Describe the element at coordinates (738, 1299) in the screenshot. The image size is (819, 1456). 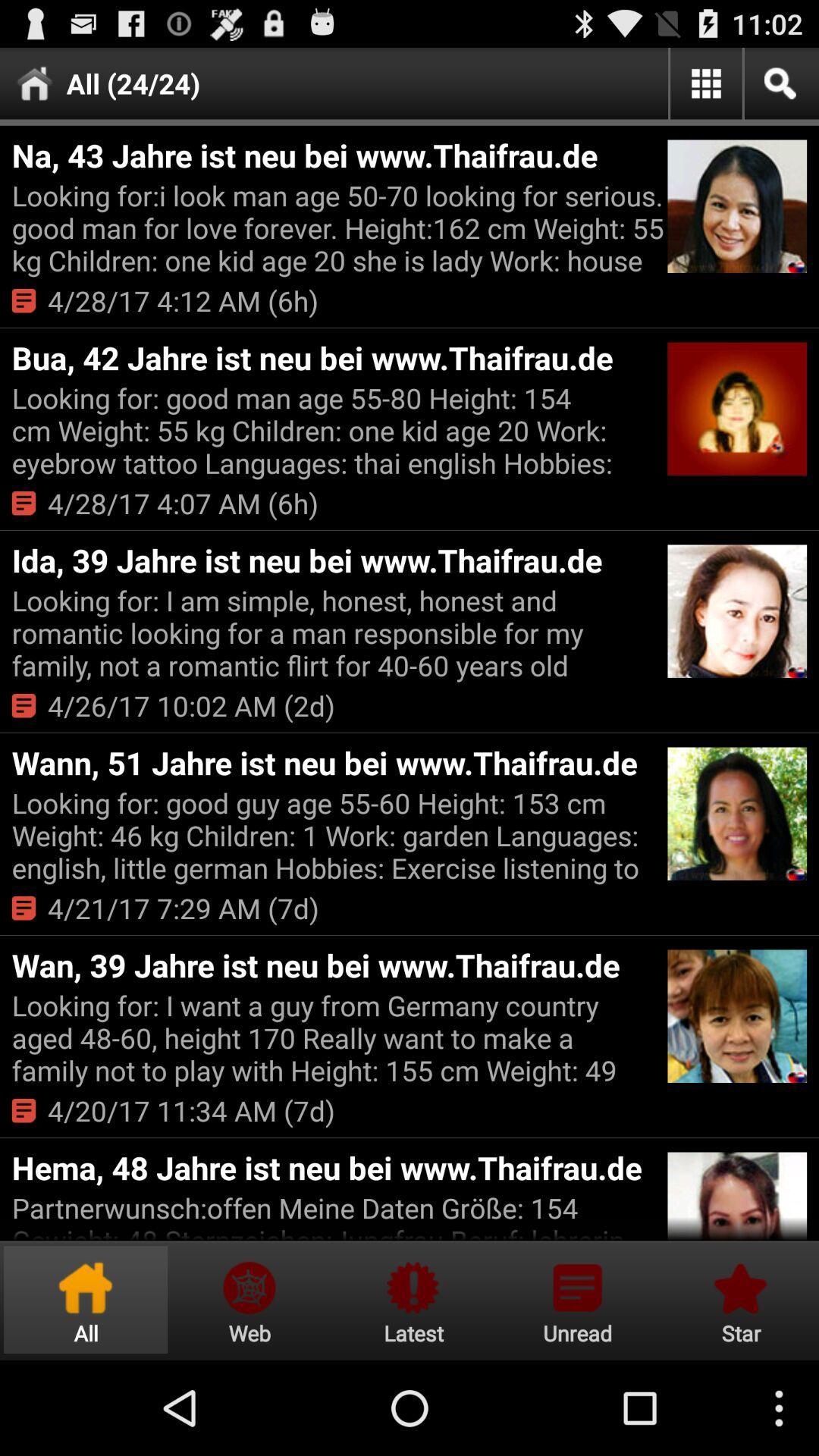
I see `rate of quality` at that location.